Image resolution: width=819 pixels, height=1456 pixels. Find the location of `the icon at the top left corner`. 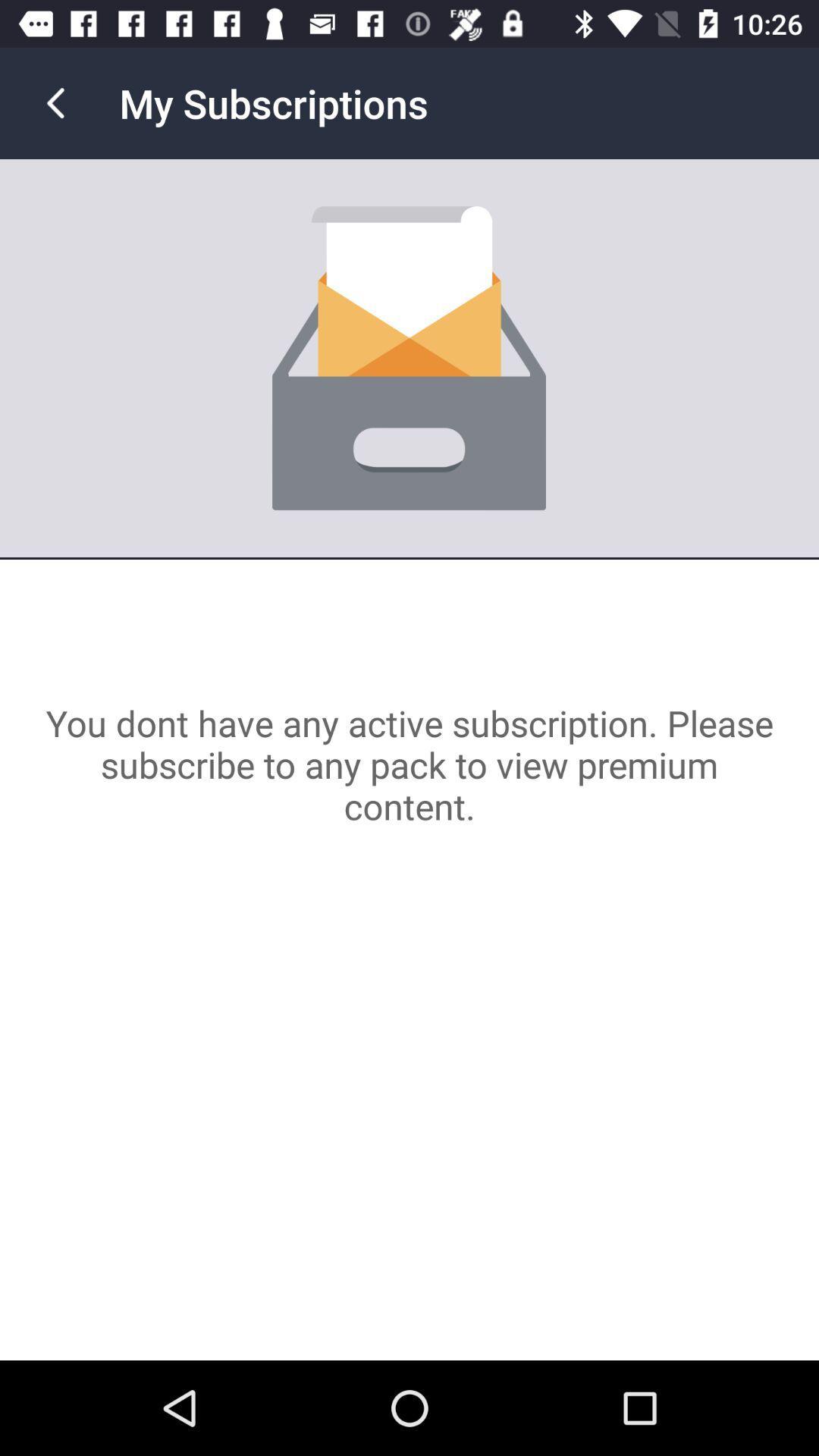

the icon at the top left corner is located at coordinates (55, 102).